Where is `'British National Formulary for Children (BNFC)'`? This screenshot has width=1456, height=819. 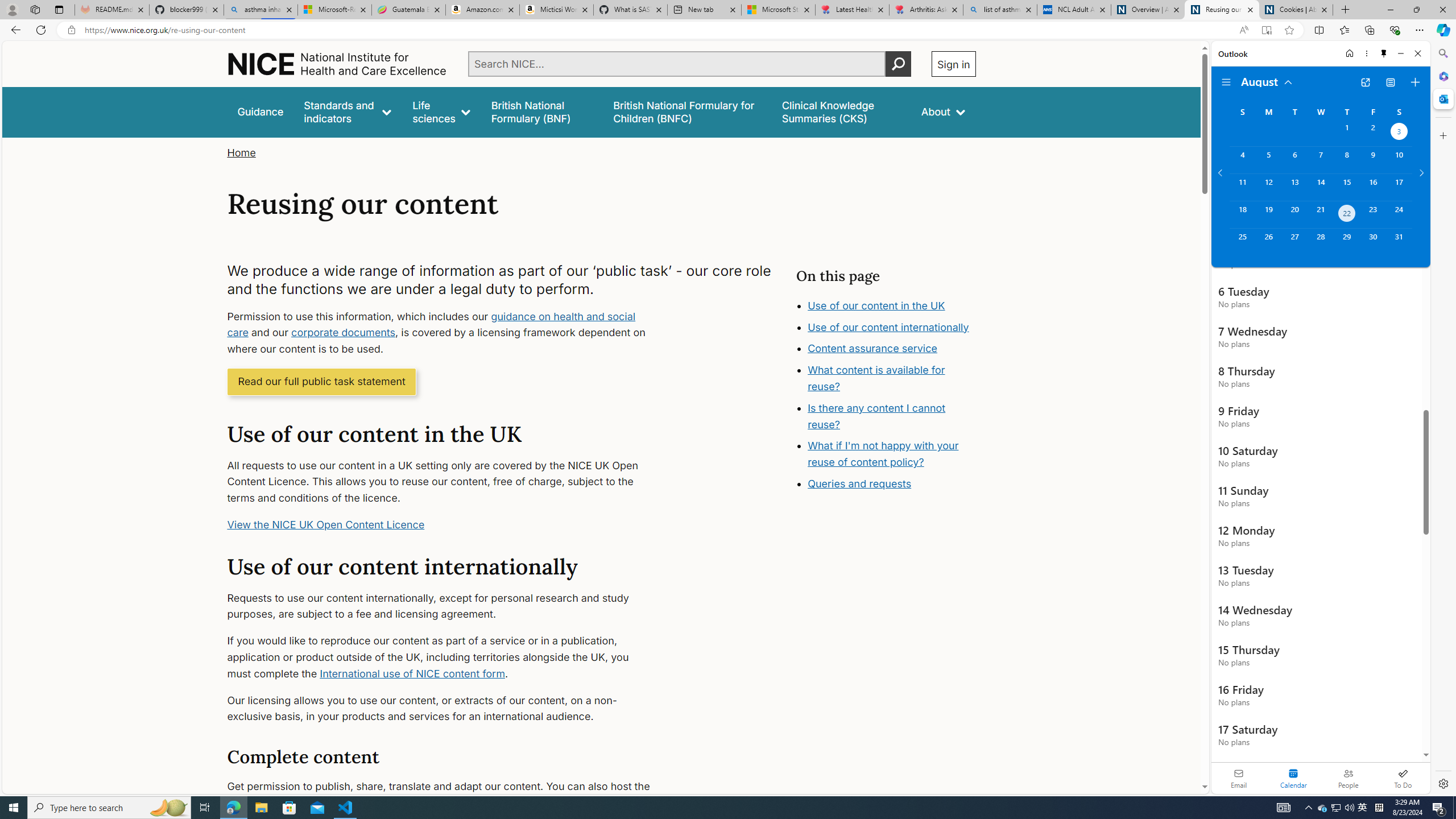
'British National Formulary for Children (BNFC)' is located at coordinates (686, 111).